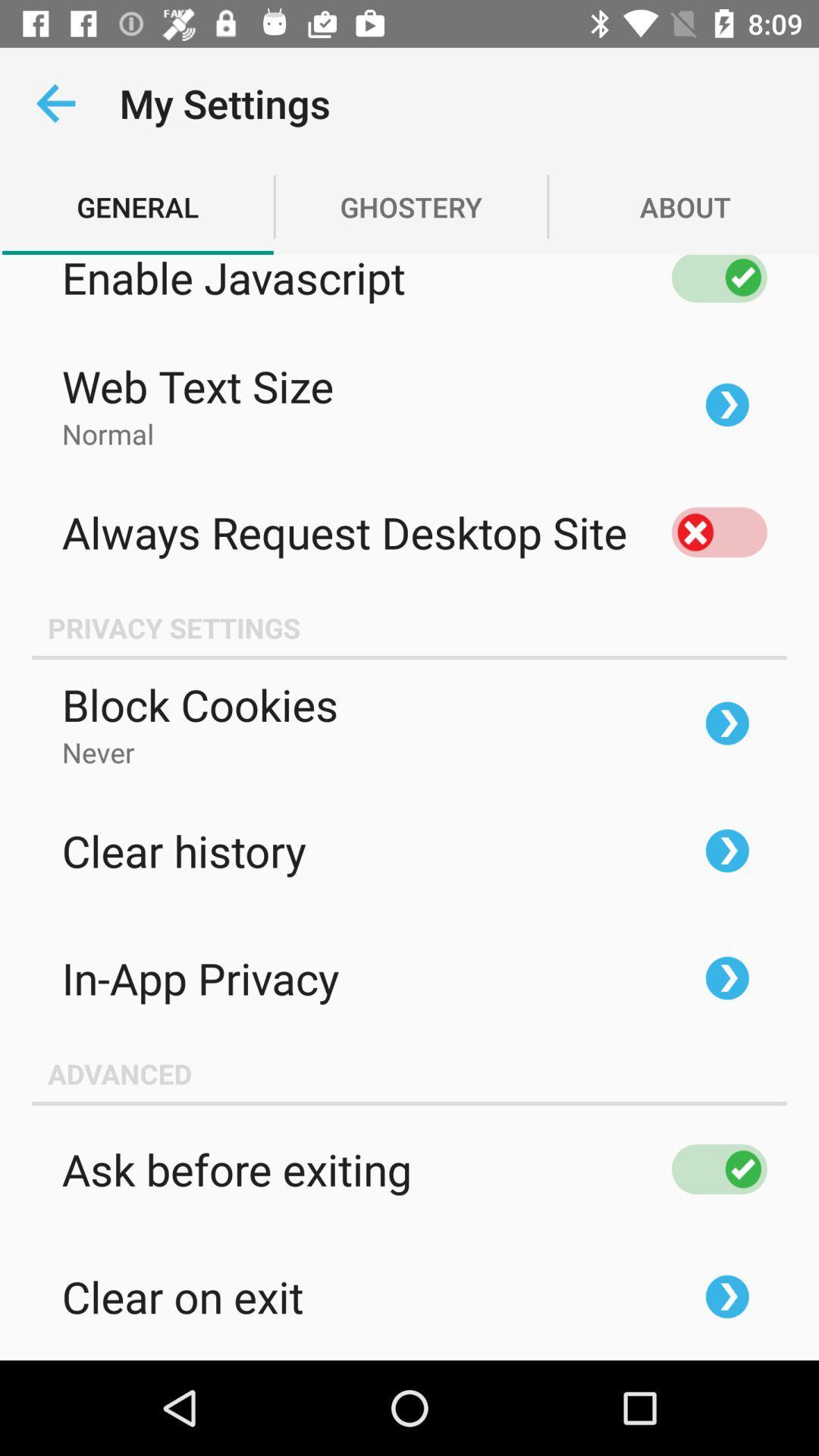  Describe the element at coordinates (718, 532) in the screenshot. I see `the radio button which is to the right of always request desktop site` at that location.